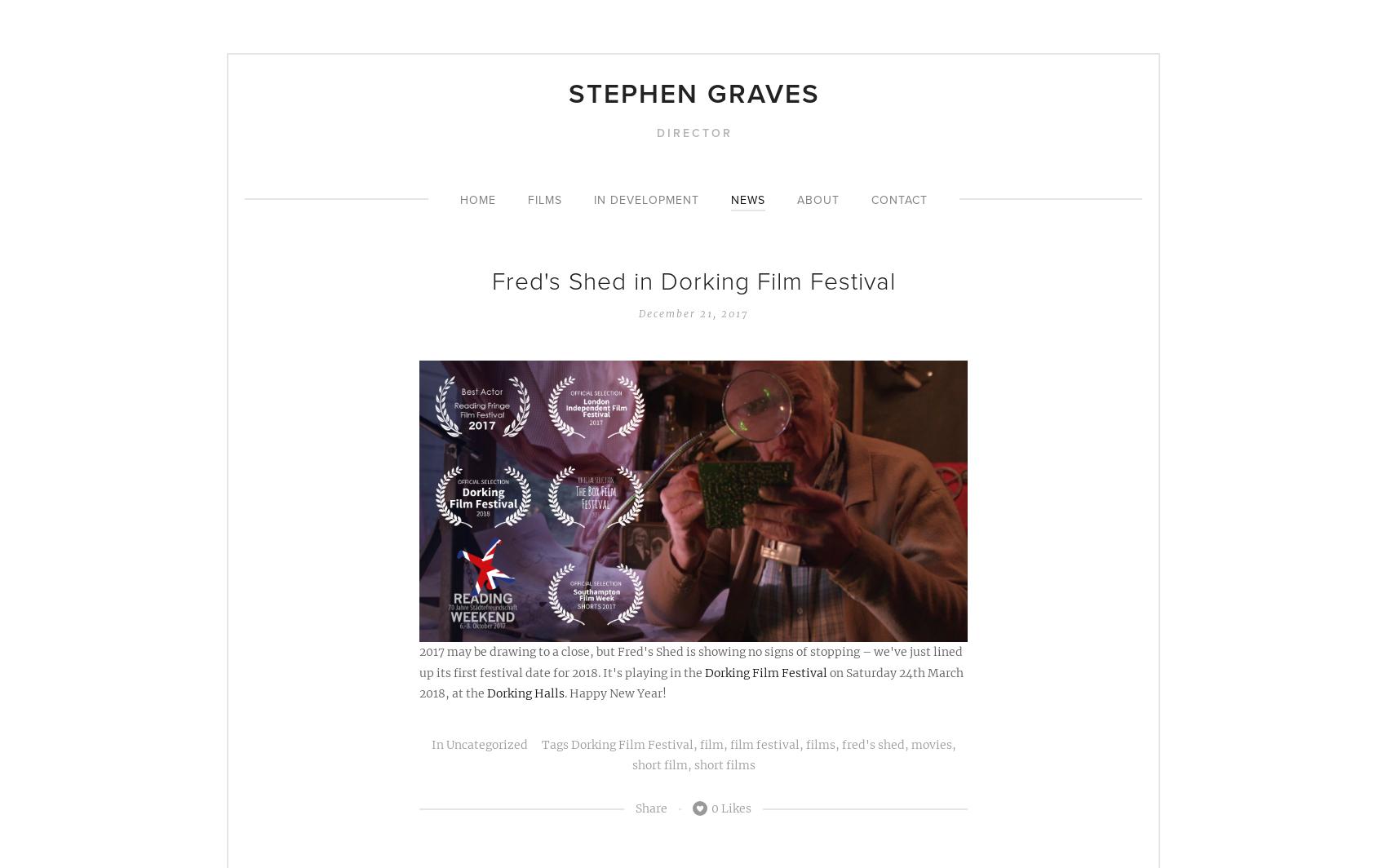  What do you see at coordinates (692, 280) in the screenshot?
I see `'Fred's Shed in Dorking Film Festival'` at bounding box center [692, 280].